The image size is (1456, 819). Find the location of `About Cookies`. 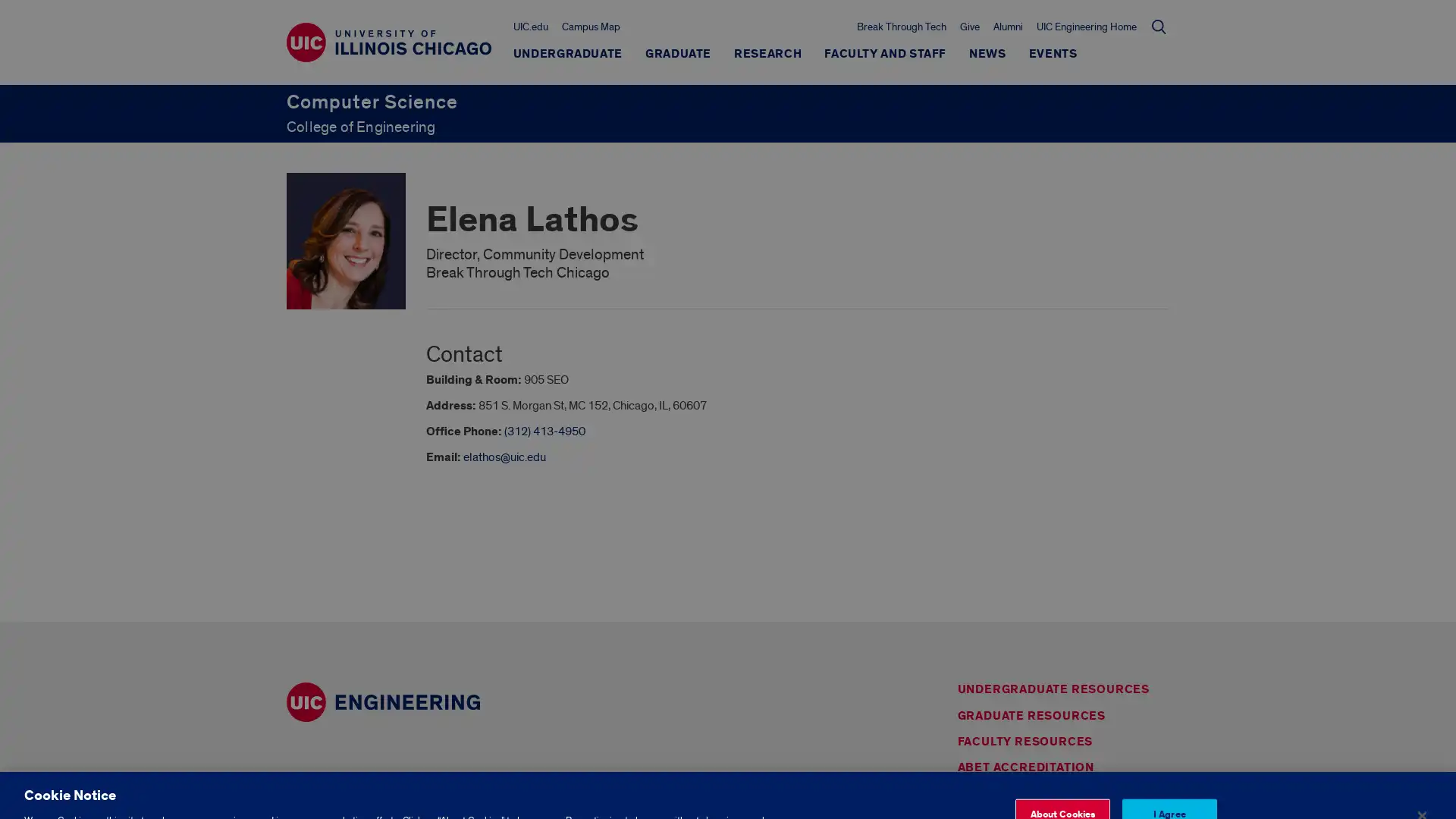

About Cookies is located at coordinates (1061, 773).